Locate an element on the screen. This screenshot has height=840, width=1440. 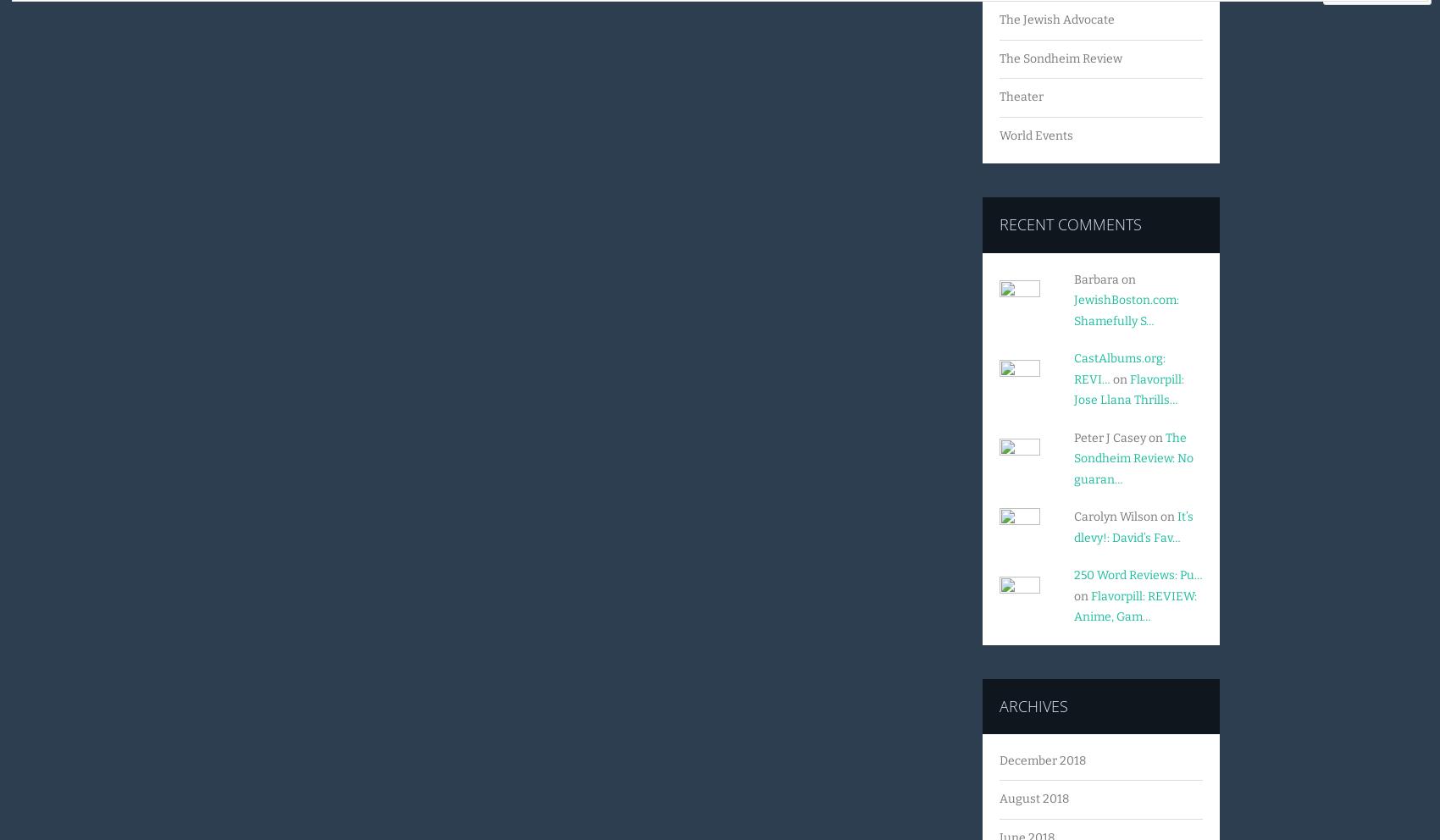
'JewishBoston.com: Shamefully S…' is located at coordinates (1073, 309).